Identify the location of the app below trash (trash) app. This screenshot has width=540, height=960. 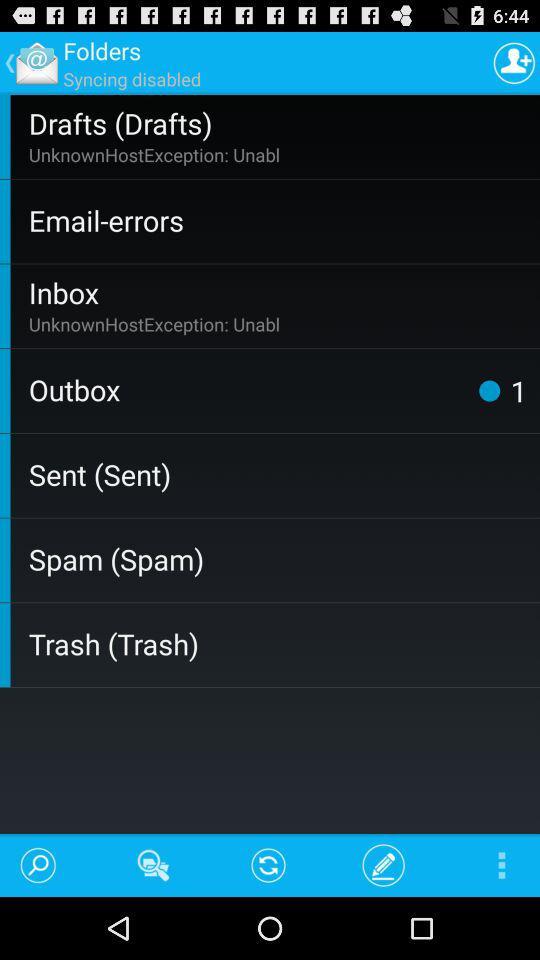
(490, 864).